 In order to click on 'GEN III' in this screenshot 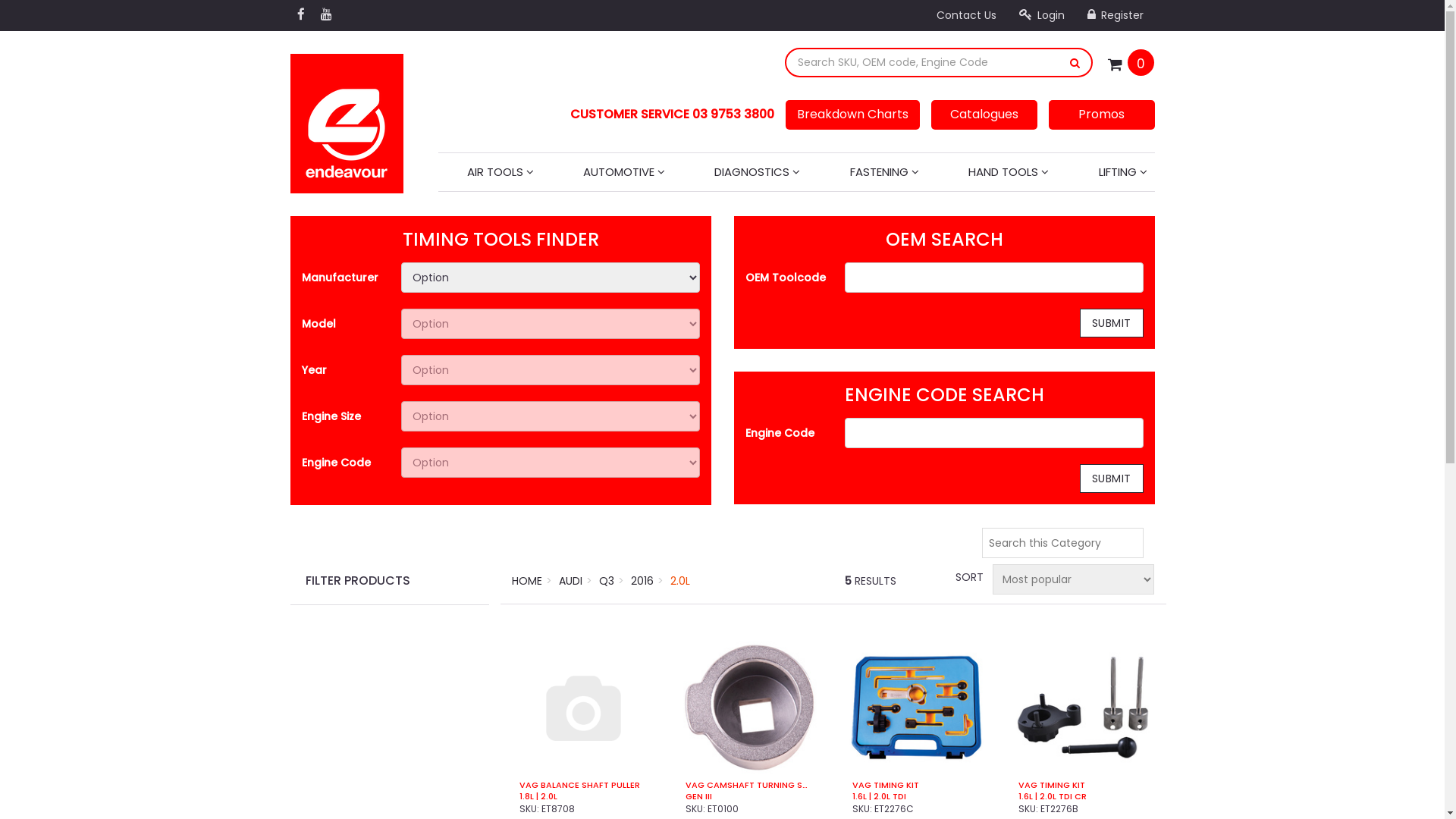, I will do `click(749, 795)`.